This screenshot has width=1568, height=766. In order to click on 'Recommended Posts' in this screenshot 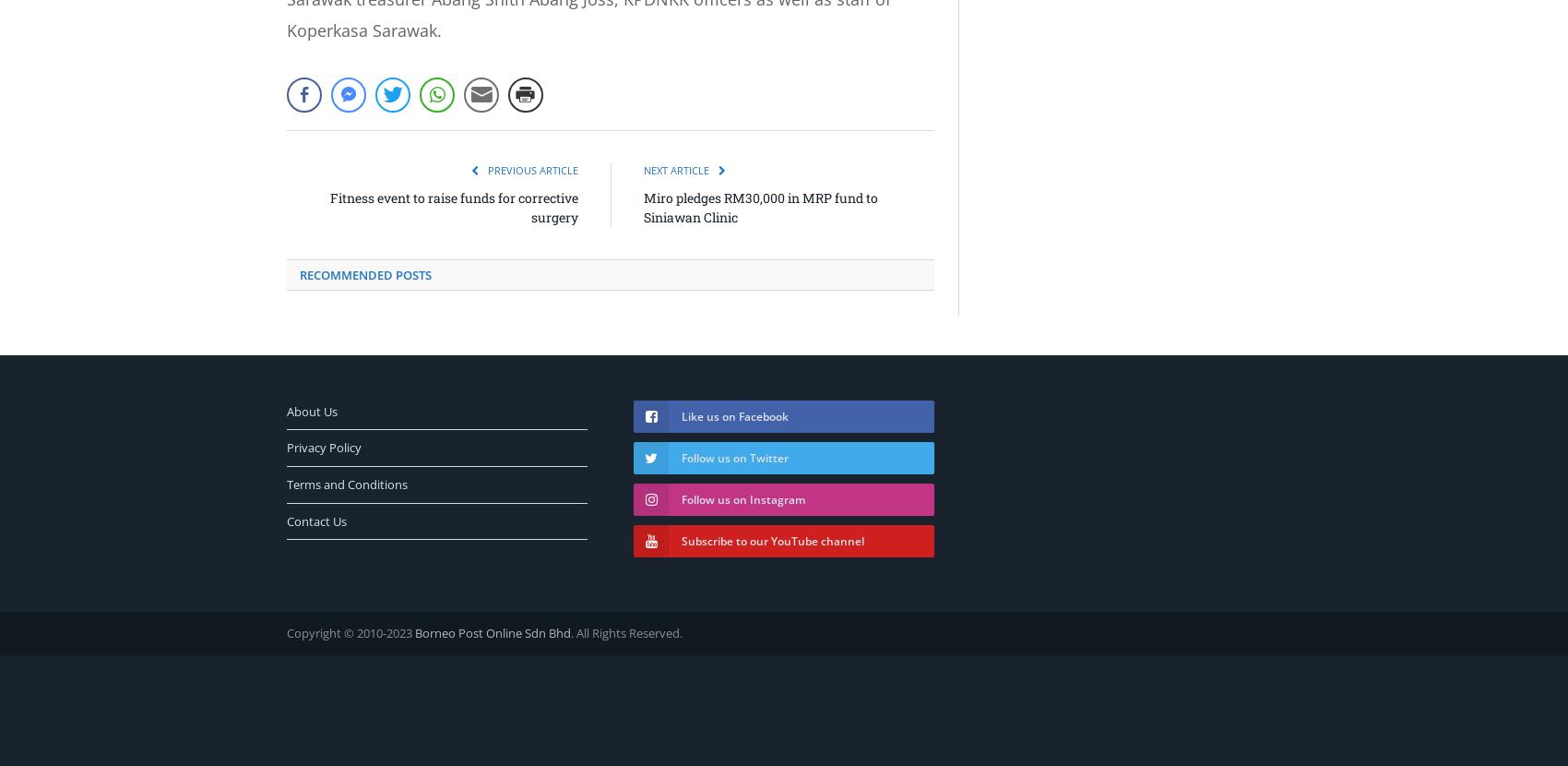, I will do `click(364, 272)`.